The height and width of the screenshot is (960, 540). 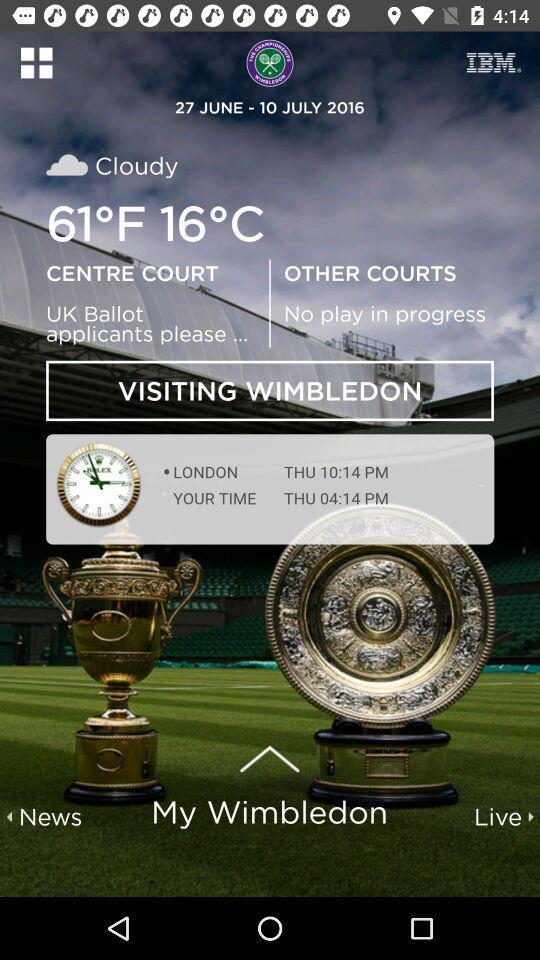 I want to click on the date_range icon, so click(x=493, y=62).